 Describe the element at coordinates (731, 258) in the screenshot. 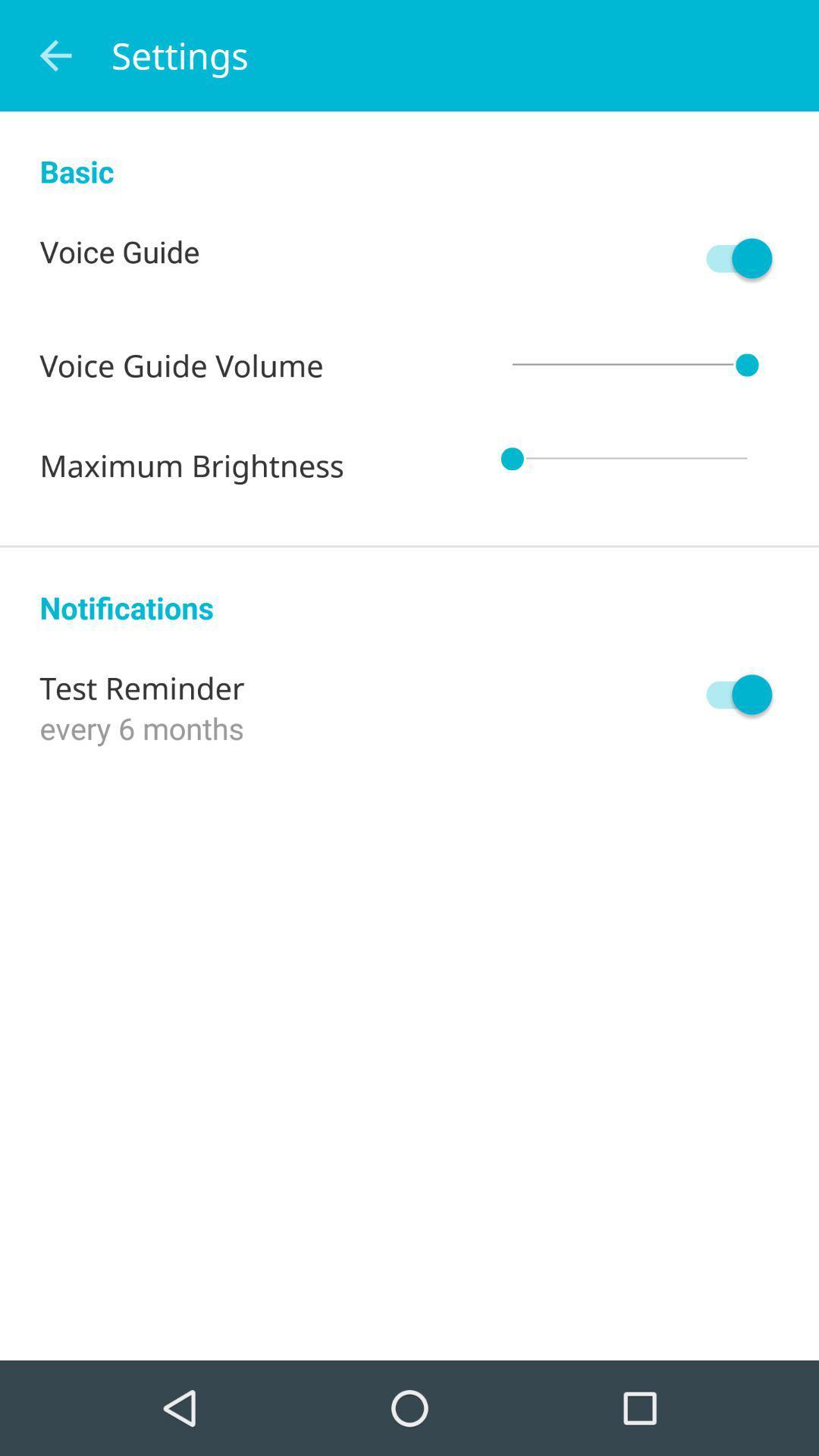

I see `icon next to the voice guide` at that location.